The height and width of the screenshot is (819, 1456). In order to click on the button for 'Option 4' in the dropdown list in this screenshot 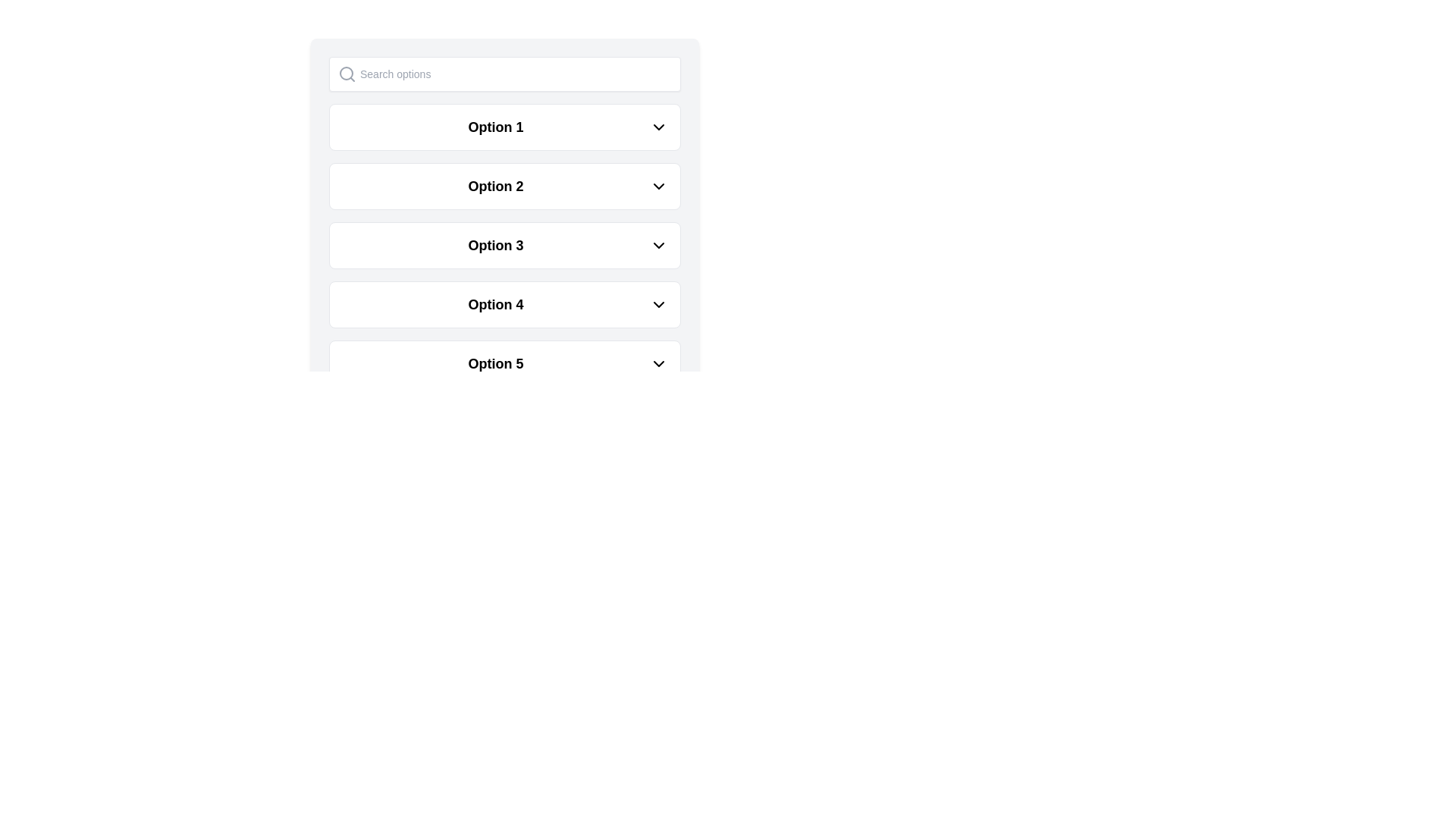, I will do `click(505, 304)`.